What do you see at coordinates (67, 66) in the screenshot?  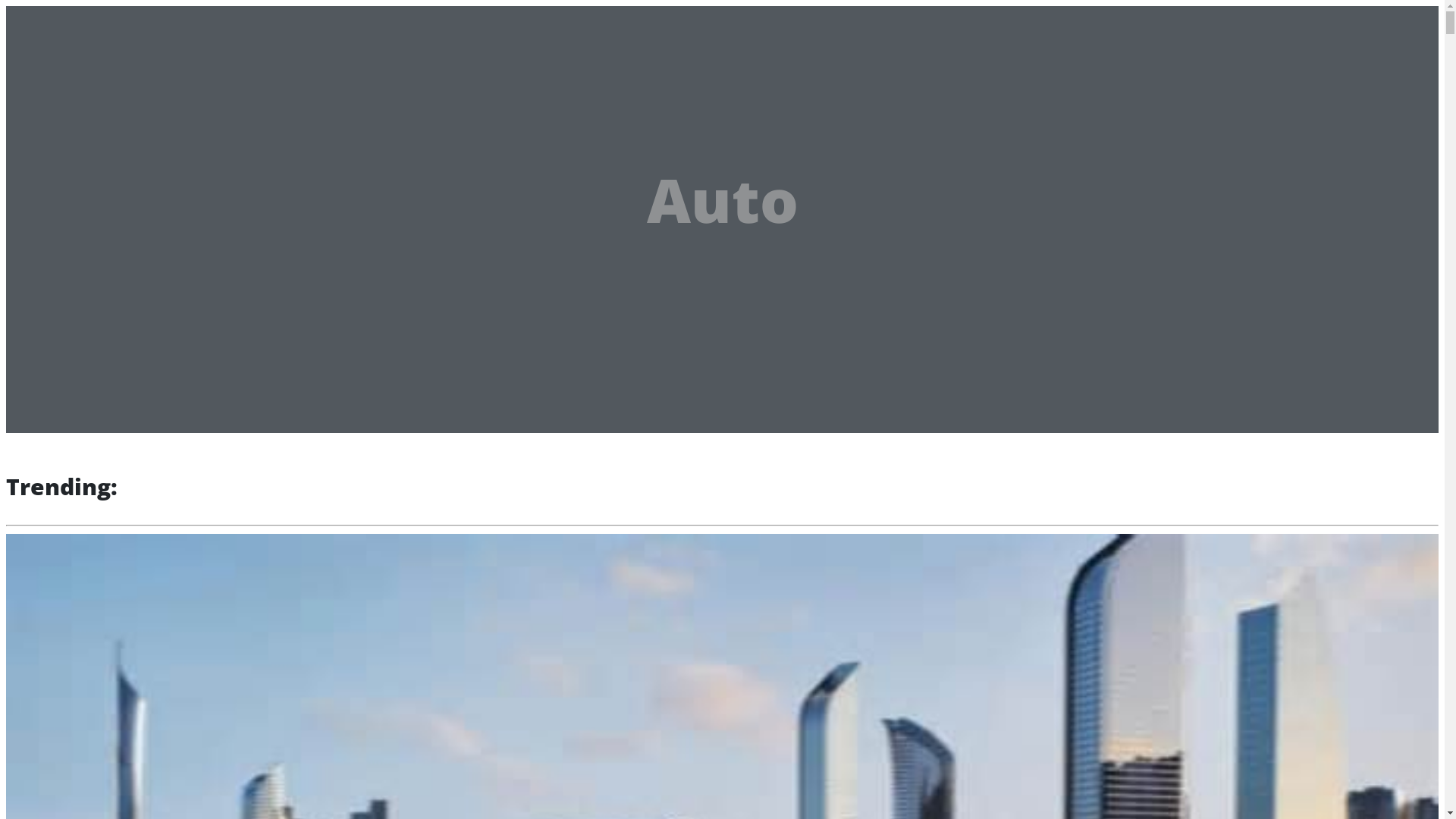 I see `'HOME'` at bounding box center [67, 66].